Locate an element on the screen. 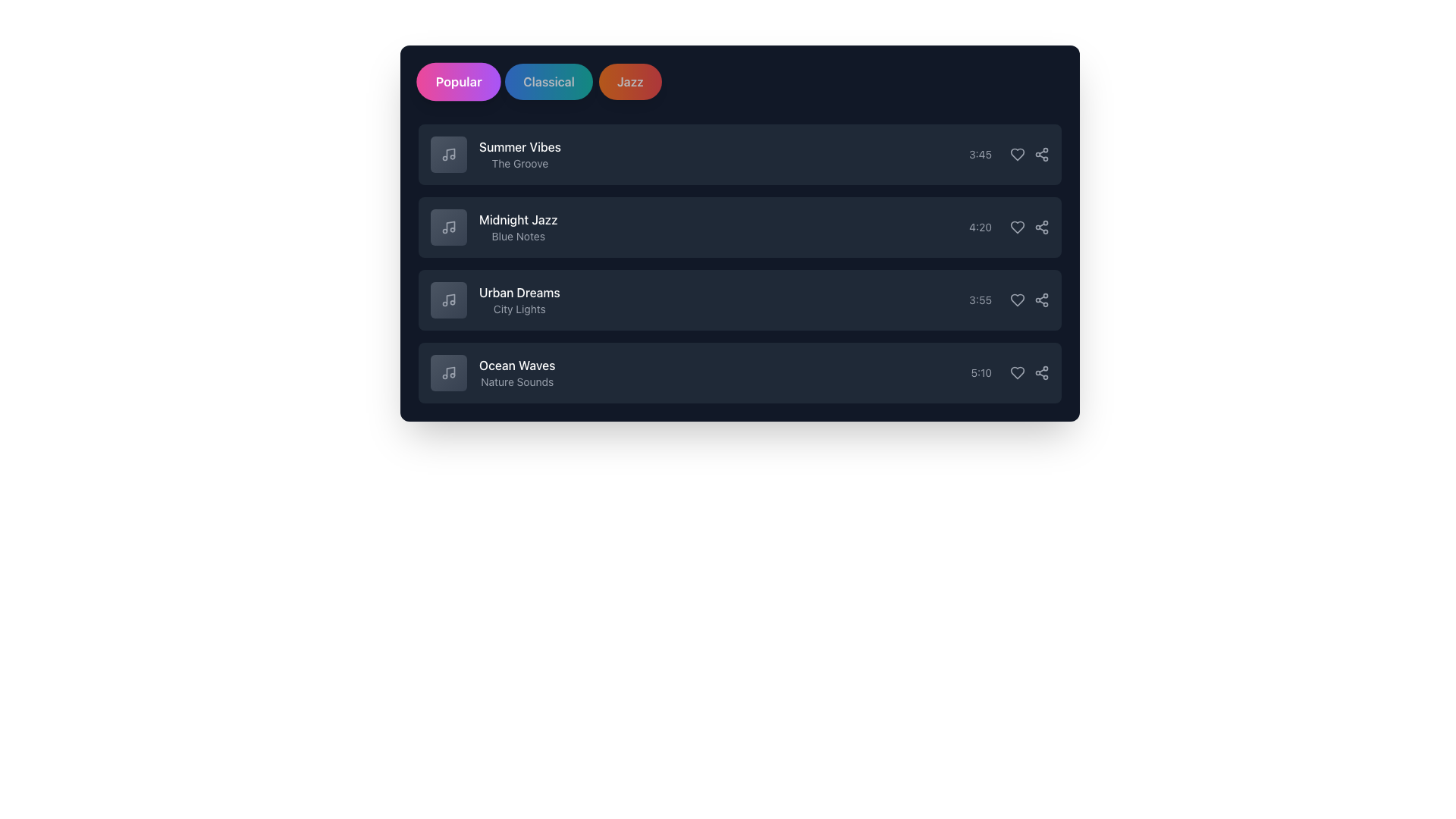  the text label displaying 'Nature Sounds', which is styled in gray and positioned beneath 'Ocean Waves' in a list of audio tracks is located at coordinates (517, 381).